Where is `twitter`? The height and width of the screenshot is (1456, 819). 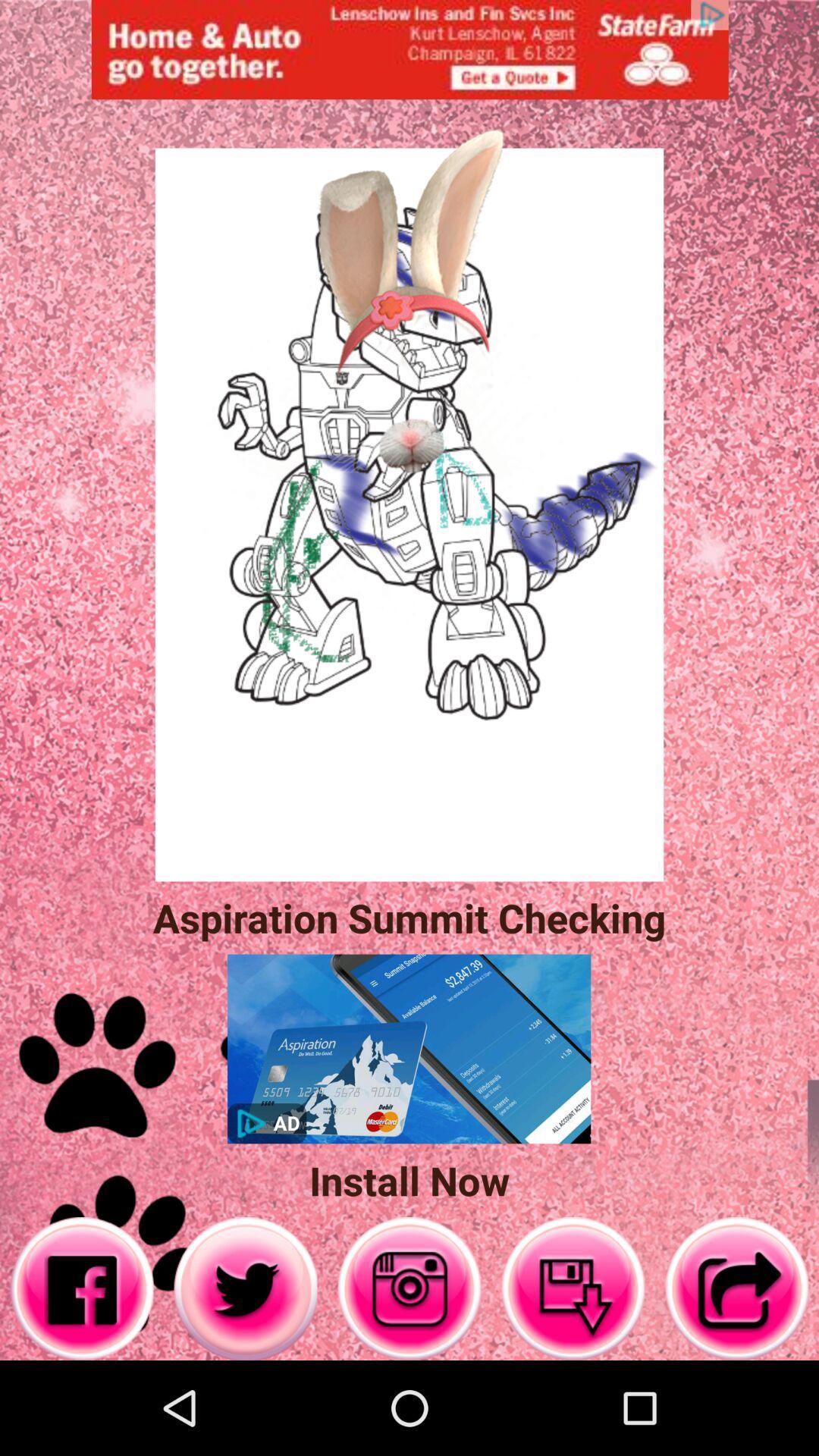
twitter is located at coordinates (245, 1288).